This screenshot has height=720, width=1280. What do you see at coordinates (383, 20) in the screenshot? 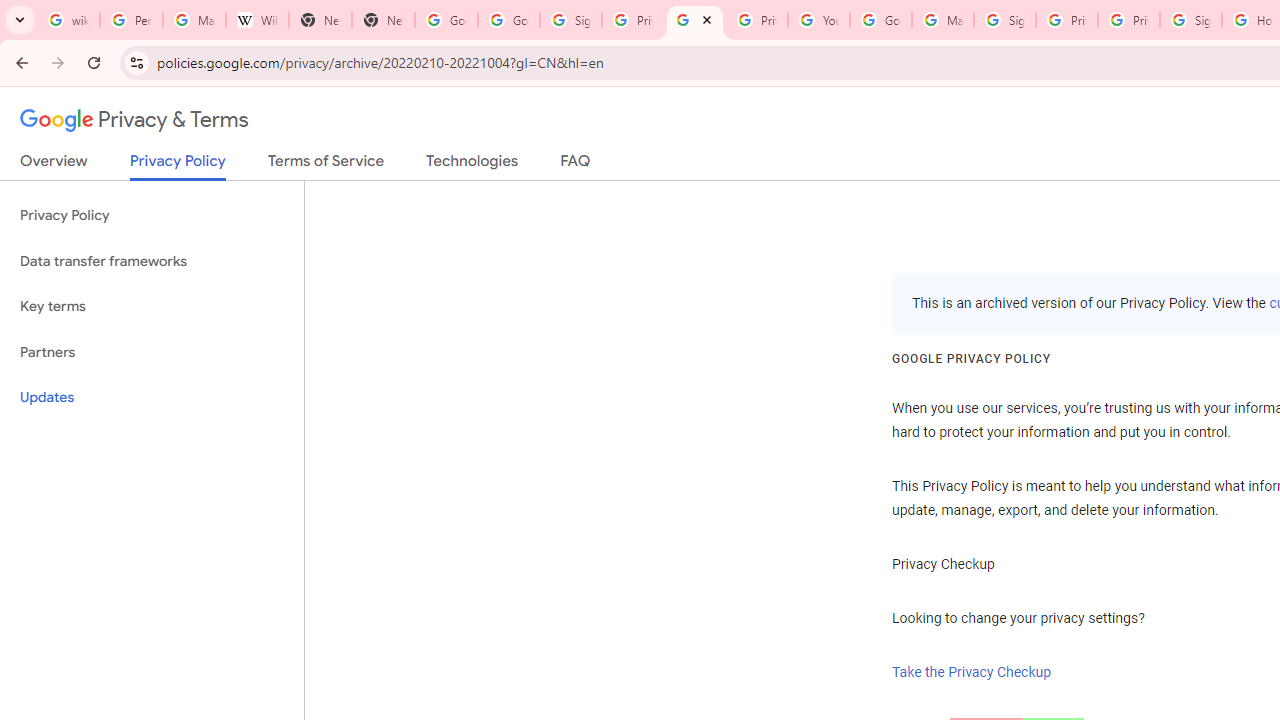
I see `'New Tab'` at bounding box center [383, 20].